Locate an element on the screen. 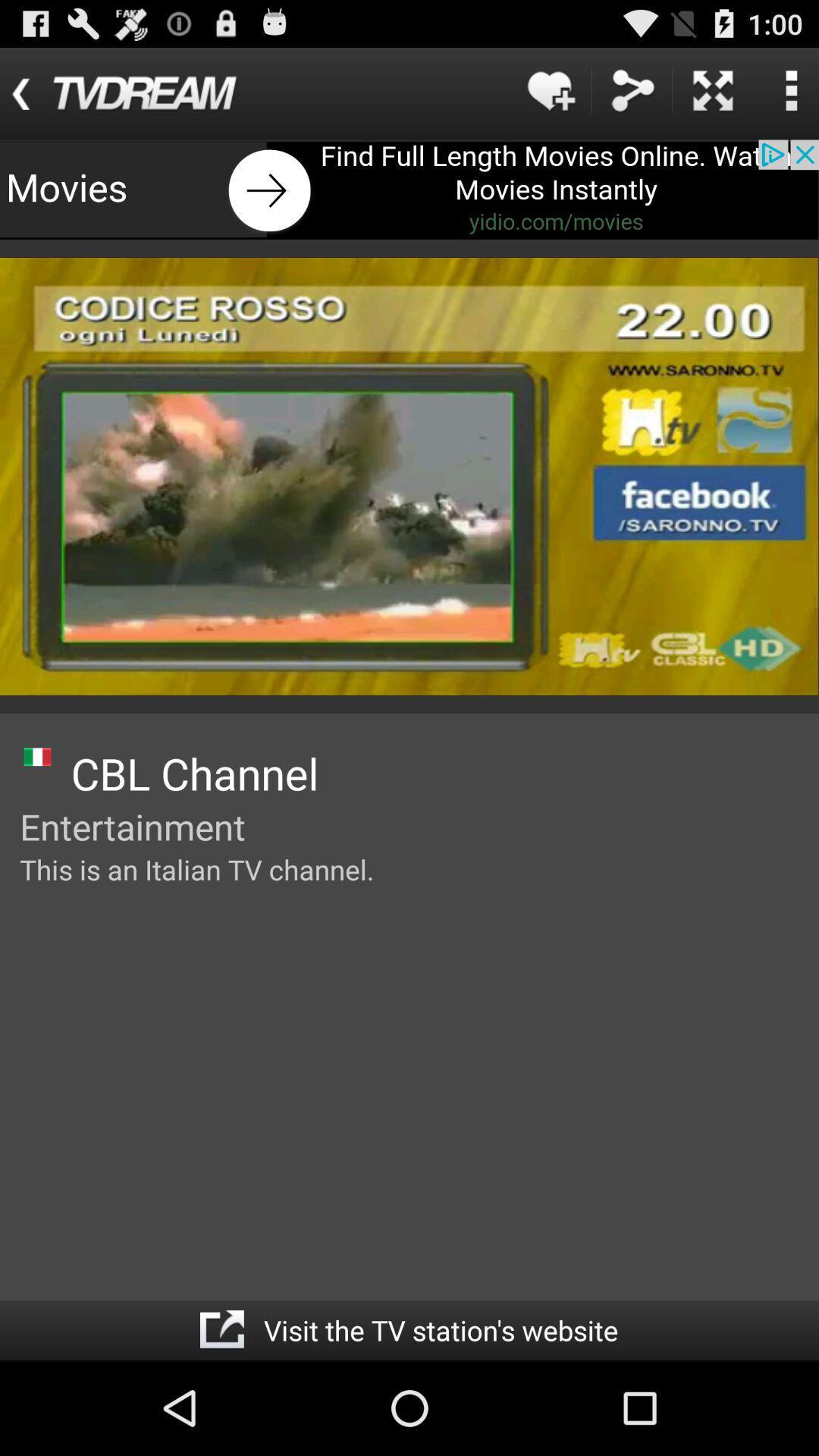 This screenshot has height=1456, width=819. paint bar is located at coordinates (409, 189).